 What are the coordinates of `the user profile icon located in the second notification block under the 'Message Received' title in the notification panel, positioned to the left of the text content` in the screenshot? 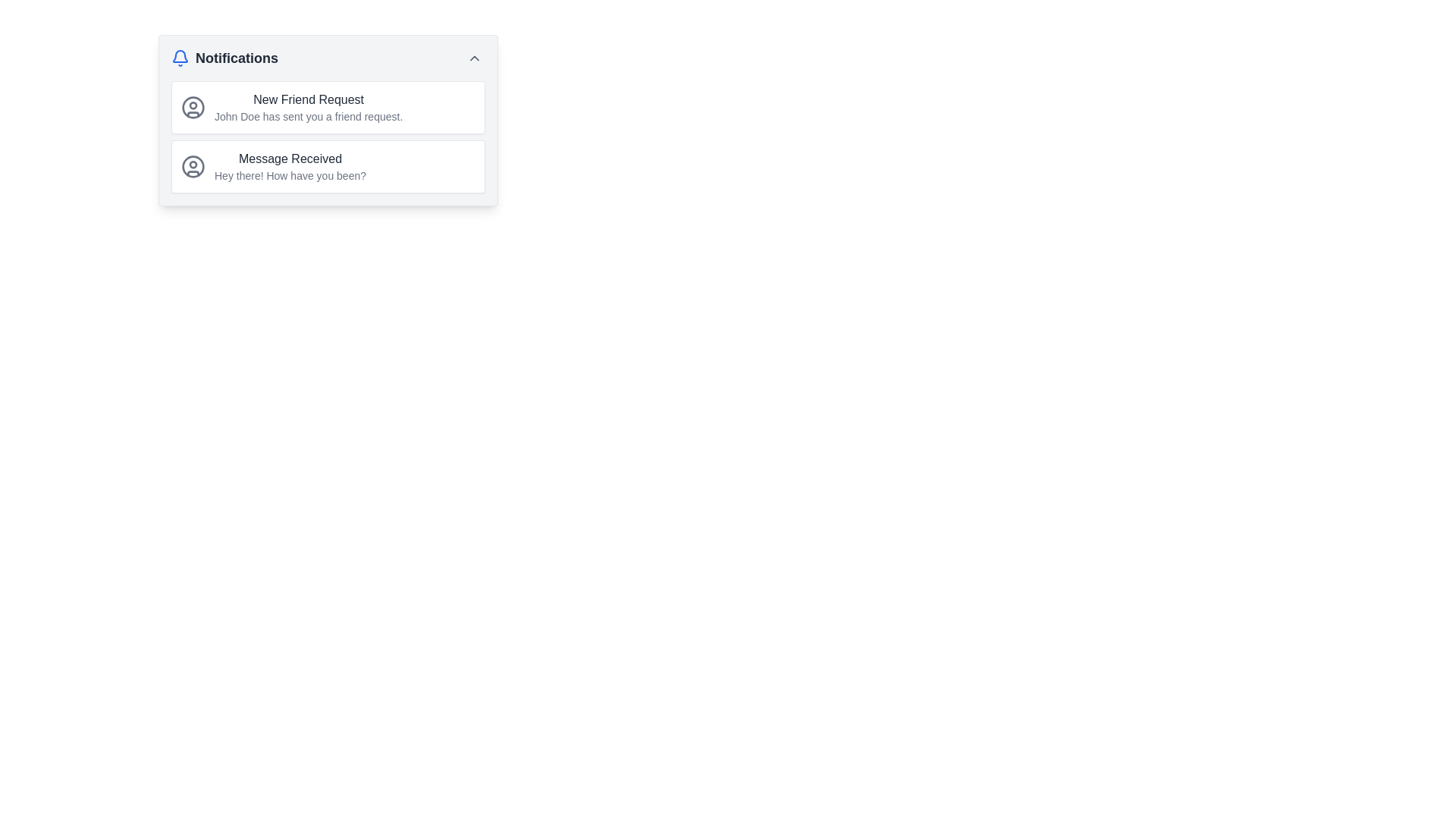 It's located at (192, 166).